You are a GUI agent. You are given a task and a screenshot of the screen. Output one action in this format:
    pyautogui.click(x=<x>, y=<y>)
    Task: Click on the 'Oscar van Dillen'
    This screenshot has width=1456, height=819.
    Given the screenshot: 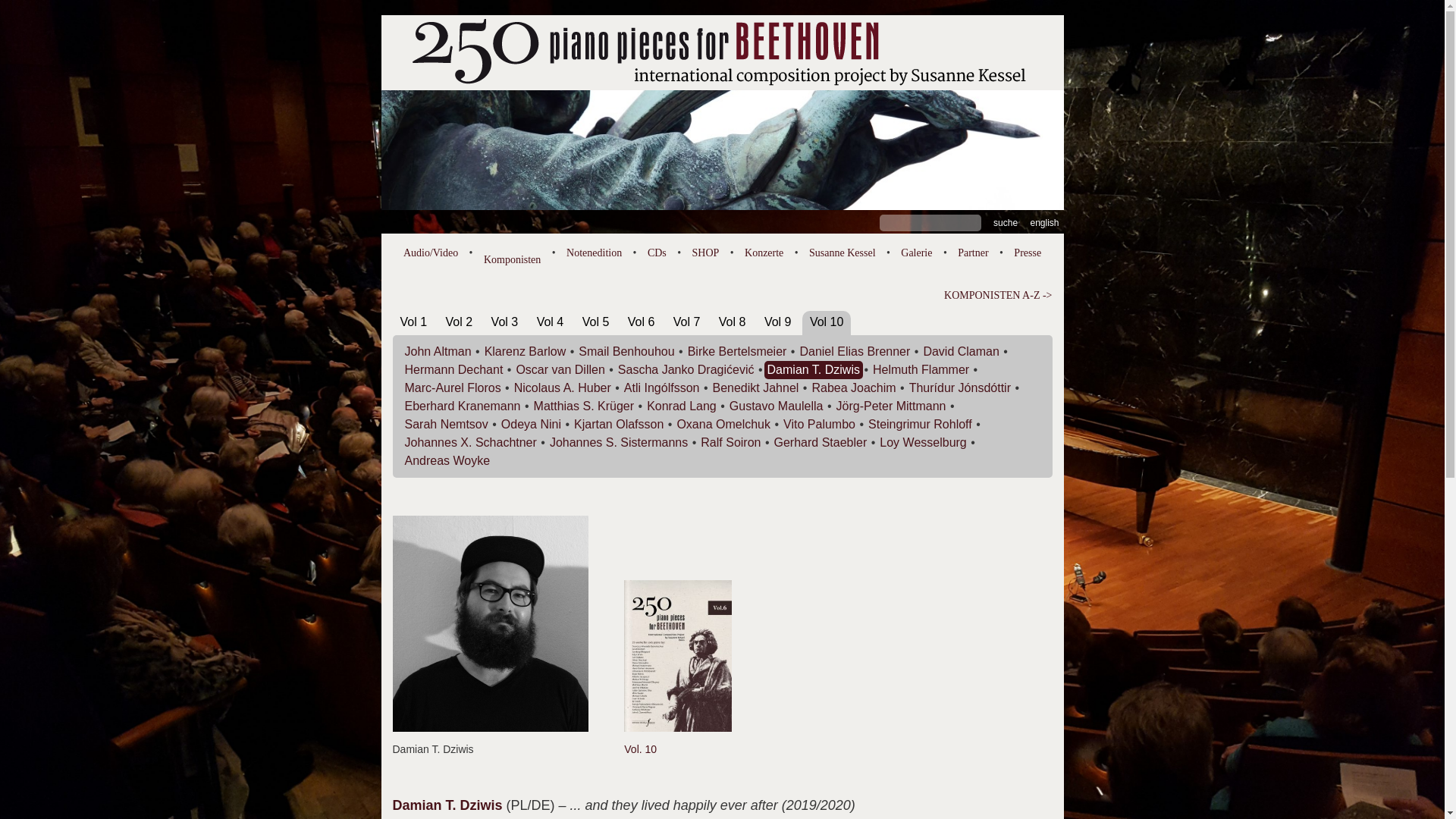 What is the action you would take?
    pyautogui.click(x=559, y=369)
    